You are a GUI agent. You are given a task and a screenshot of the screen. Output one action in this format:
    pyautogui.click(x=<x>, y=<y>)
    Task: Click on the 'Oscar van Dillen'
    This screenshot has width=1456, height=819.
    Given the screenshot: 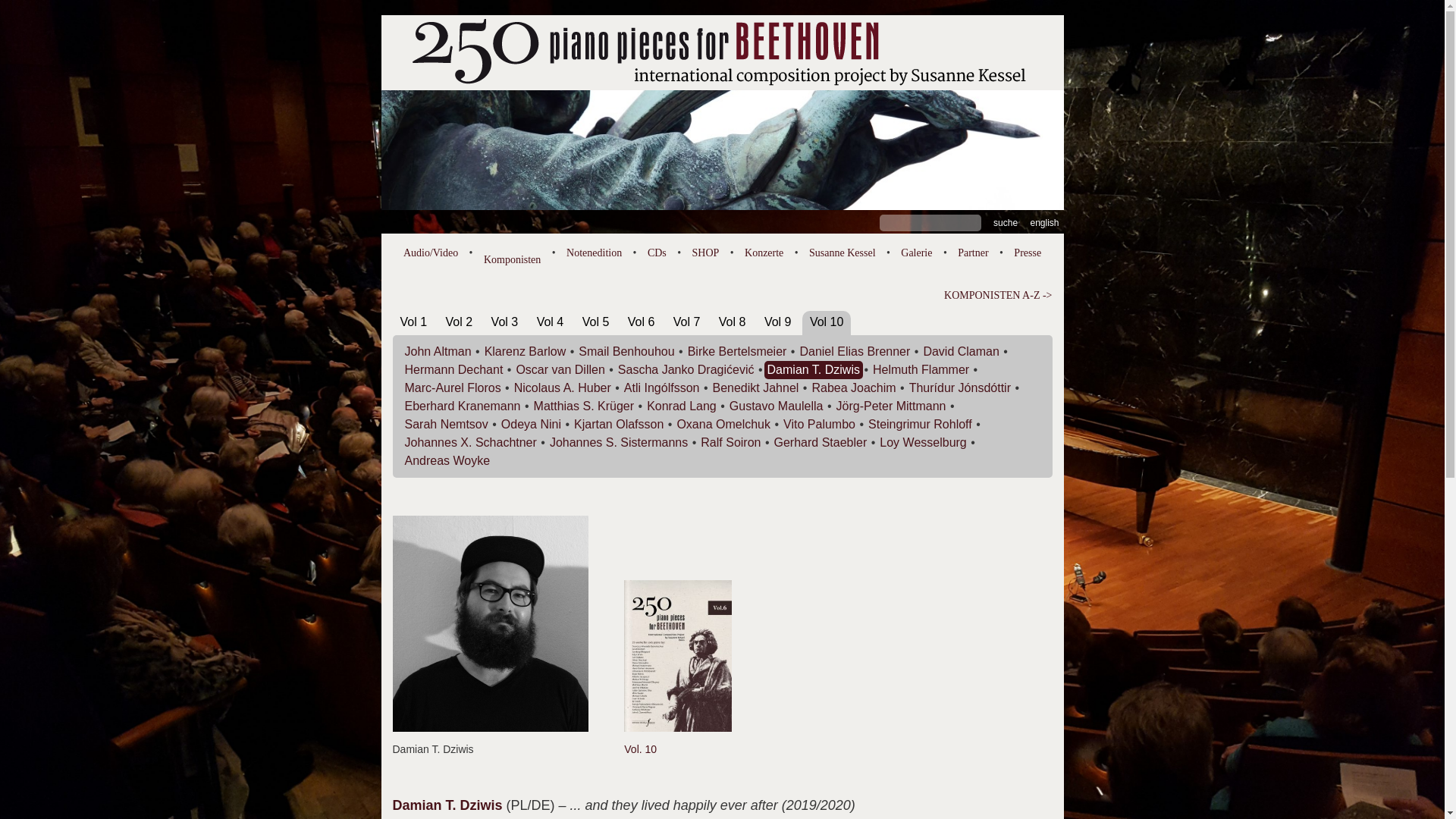 What is the action you would take?
    pyautogui.click(x=559, y=369)
    